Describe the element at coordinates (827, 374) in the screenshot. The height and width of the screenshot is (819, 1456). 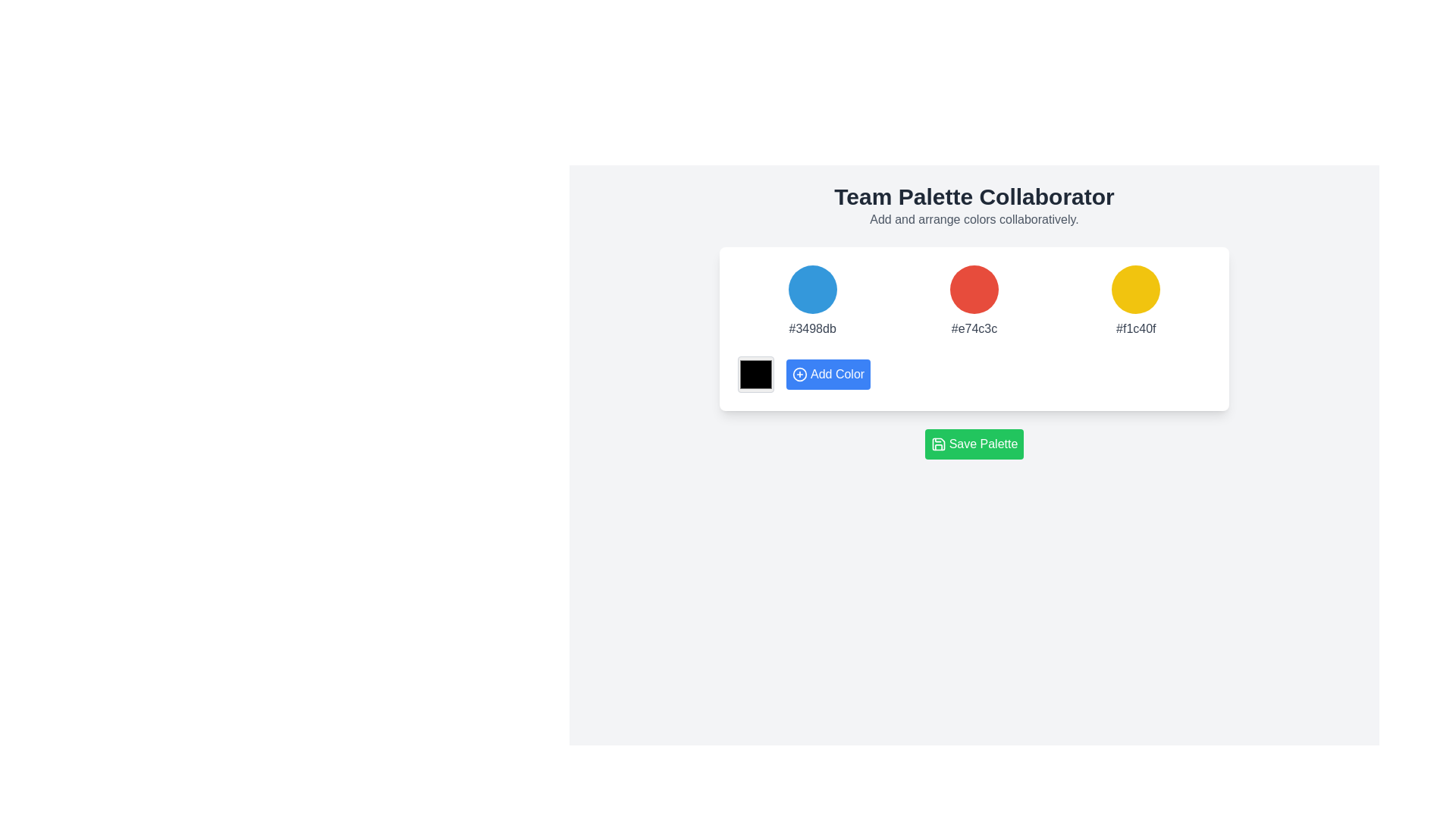
I see `the 'Add Color' button, which is a rectangular button with a blue background and white text, located below a black square color box` at that location.